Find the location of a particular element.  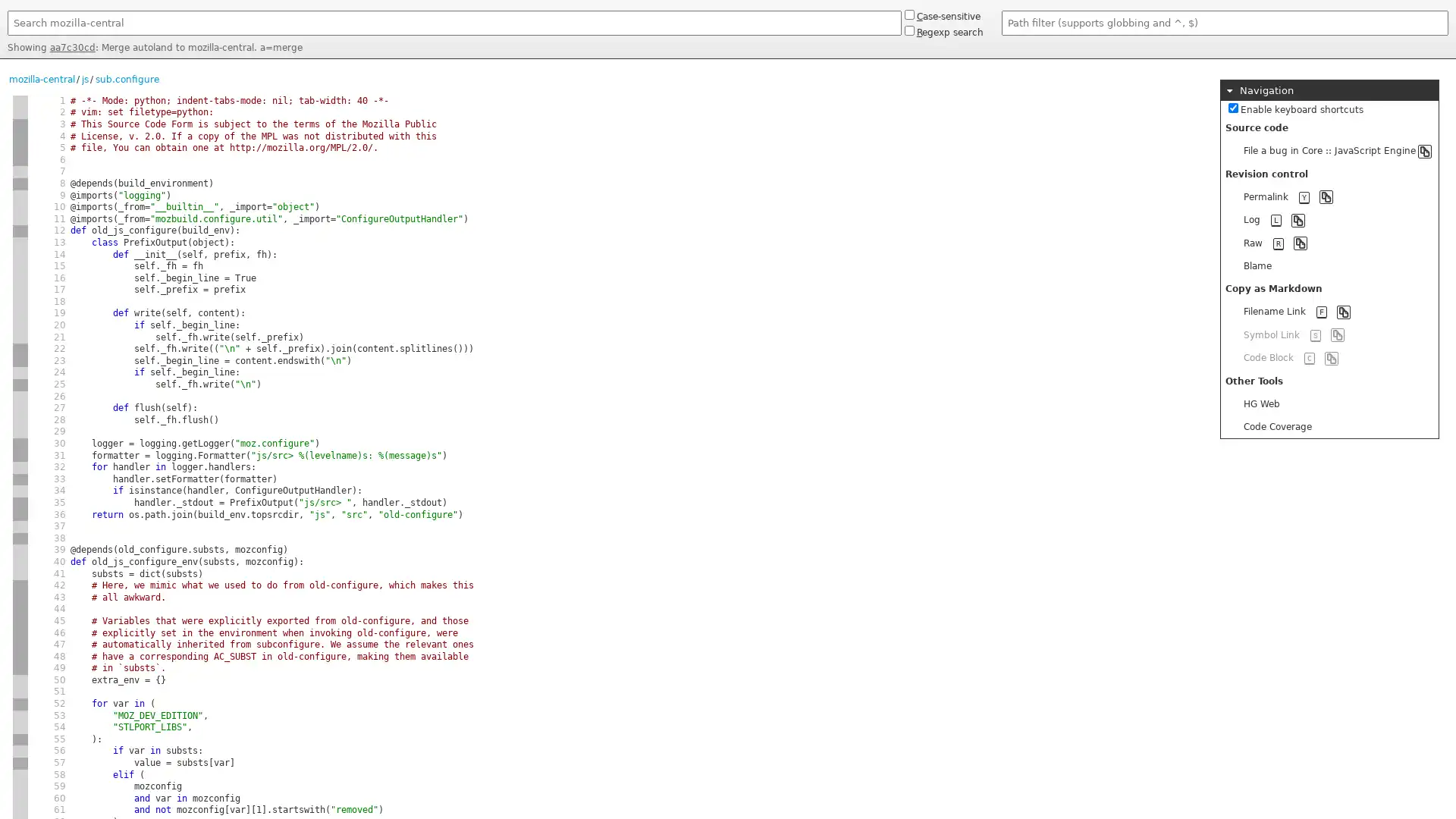

same hash 3 is located at coordinates (20, 726).